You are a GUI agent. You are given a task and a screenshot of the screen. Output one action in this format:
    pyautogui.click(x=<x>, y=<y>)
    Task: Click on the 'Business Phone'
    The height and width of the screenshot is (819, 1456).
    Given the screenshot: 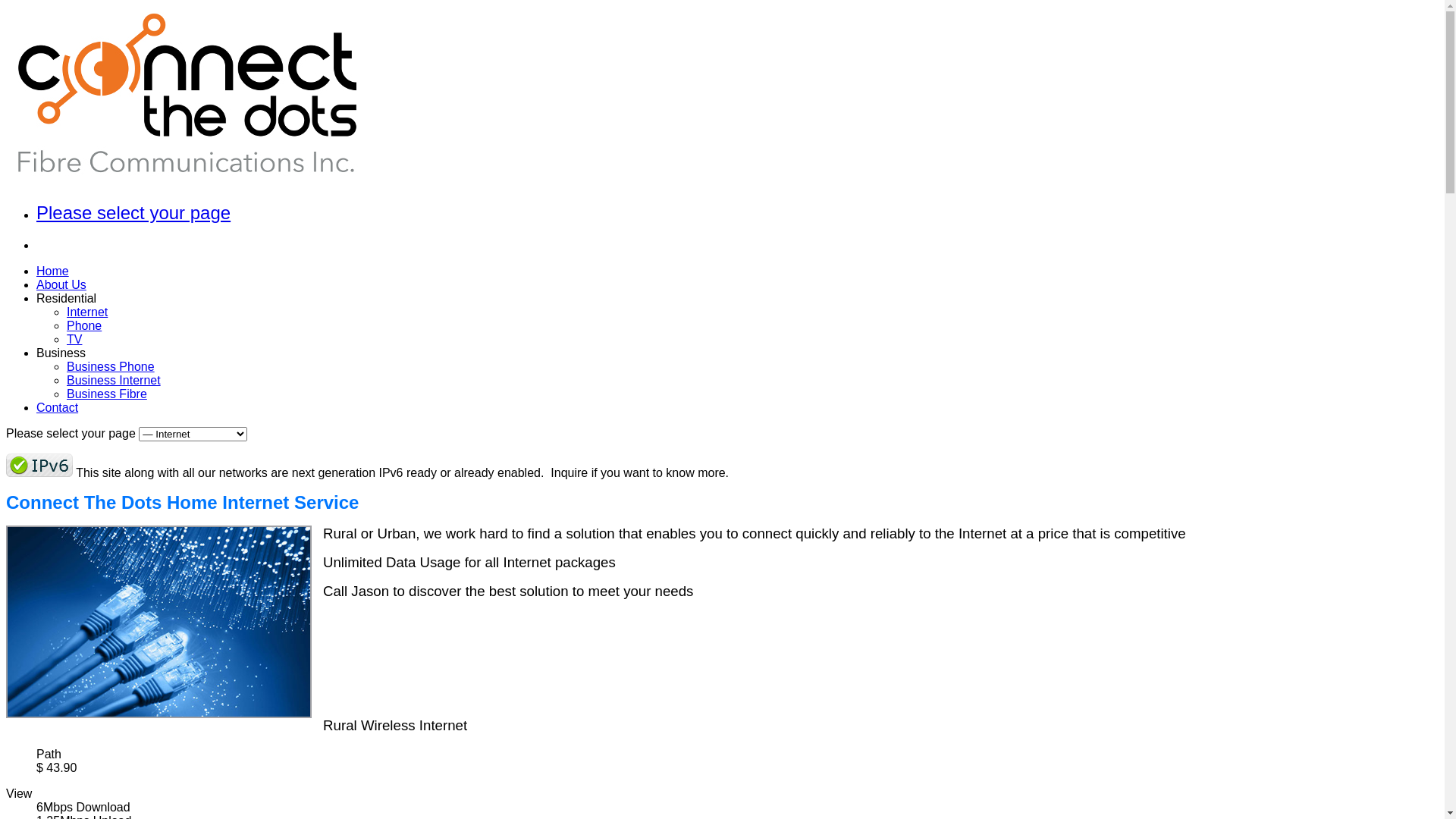 What is the action you would take?
    pyautogui.click(x=109, y=366)
    